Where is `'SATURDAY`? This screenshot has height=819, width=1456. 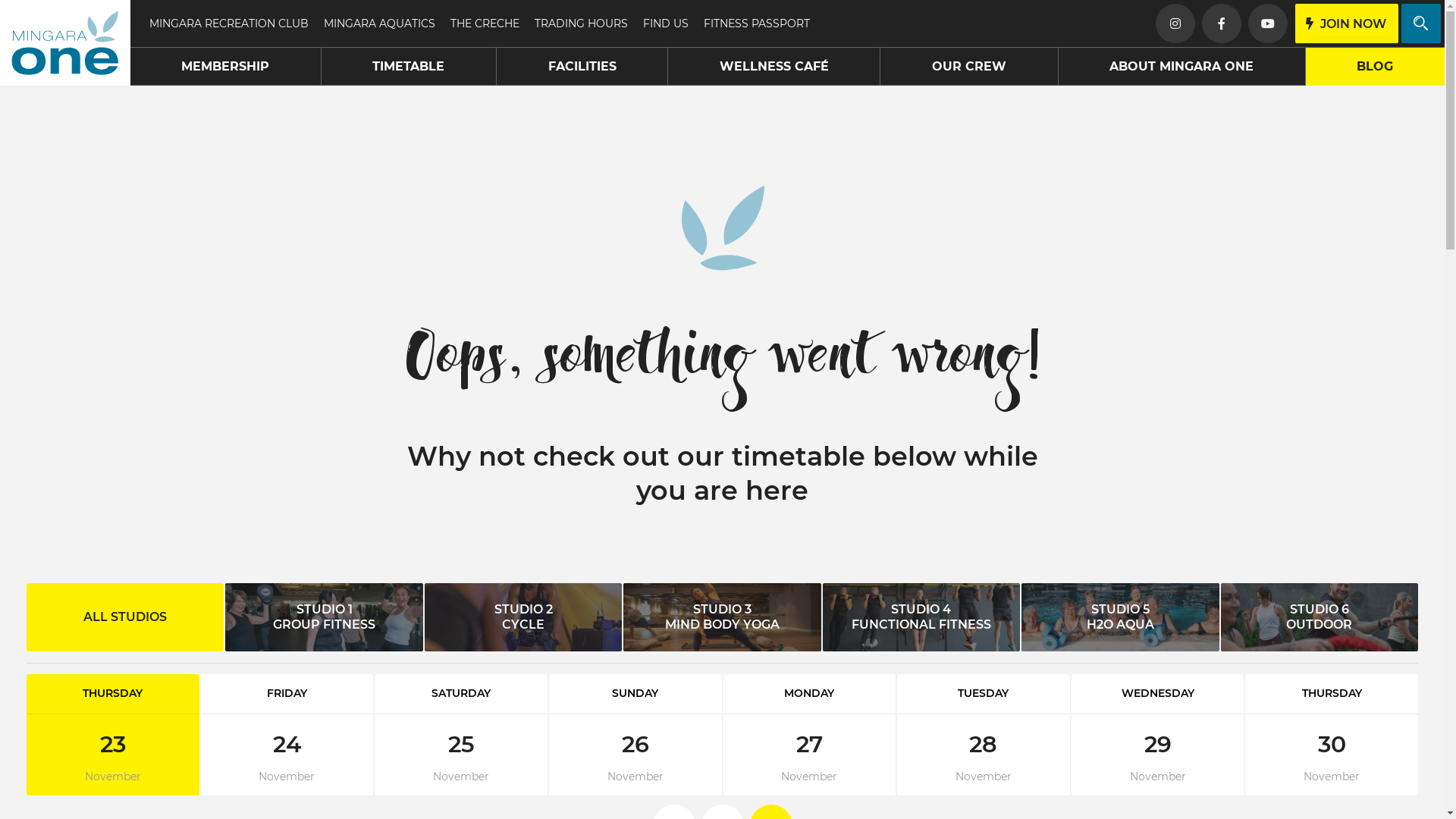 'SATURDAY is located at coordinates (460, 733).